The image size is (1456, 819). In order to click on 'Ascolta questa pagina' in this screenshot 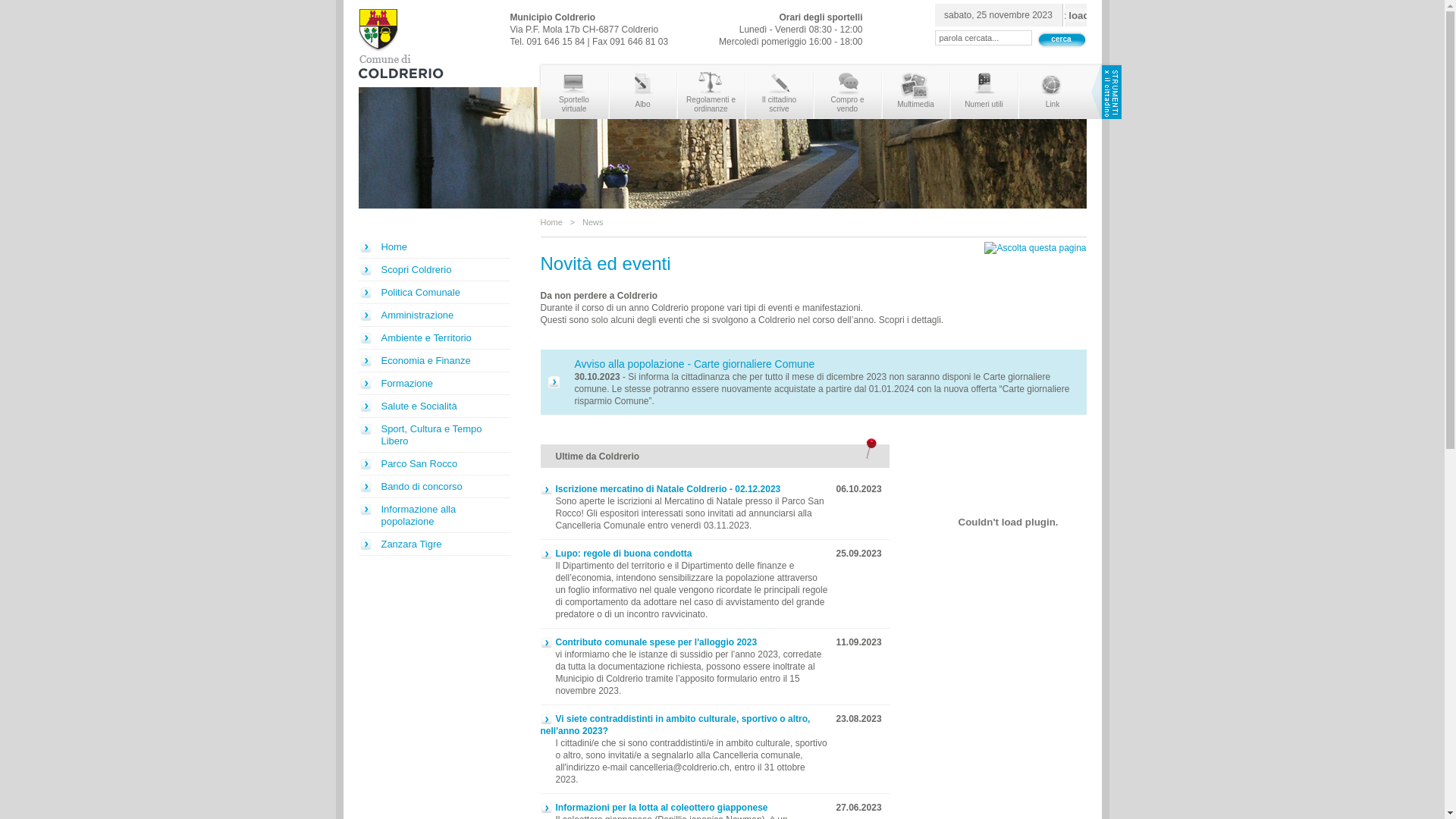, I will do `click(1034, 247)`.